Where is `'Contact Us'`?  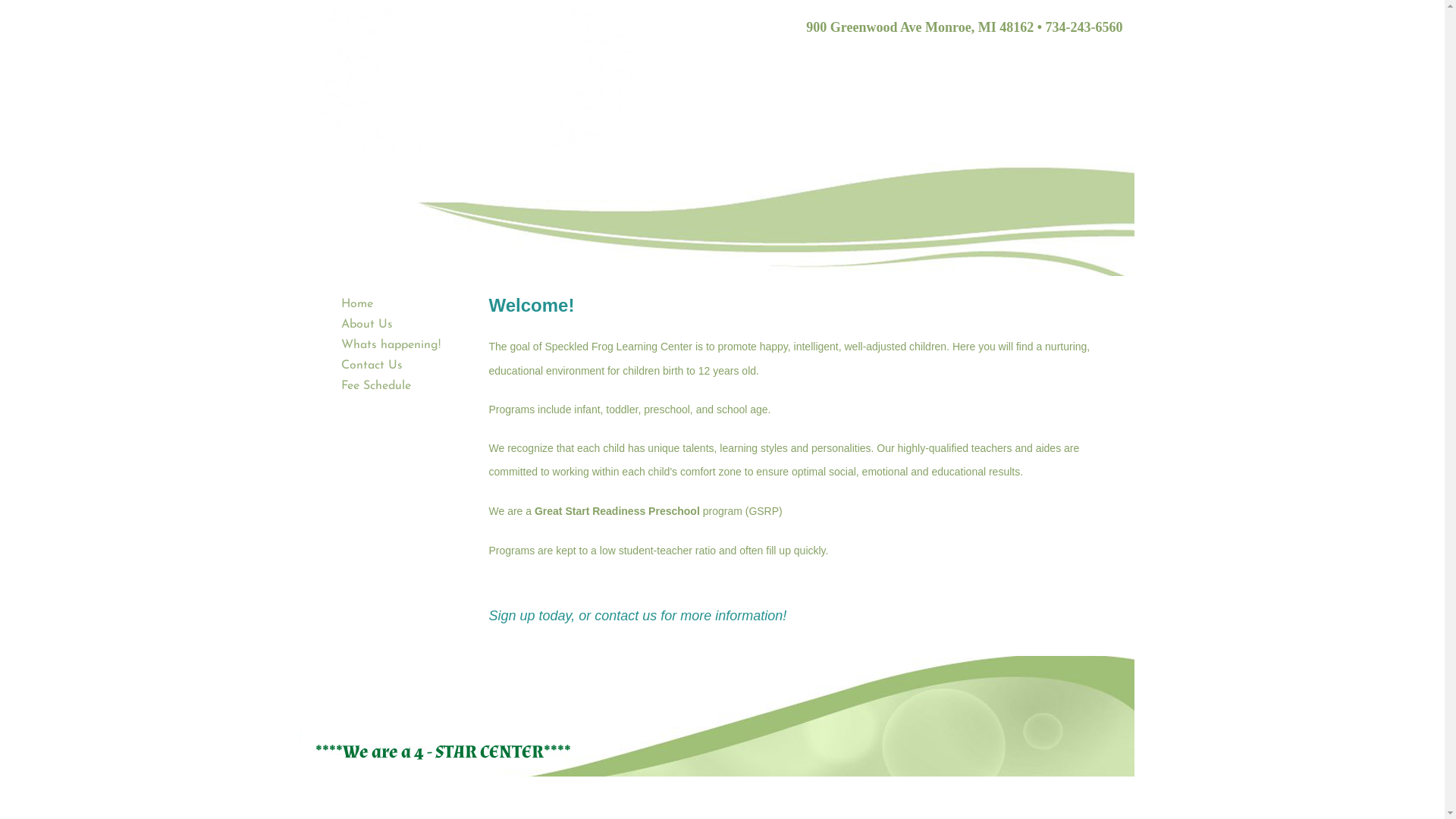
'Contact Us' is located at coordinates (372, 366).